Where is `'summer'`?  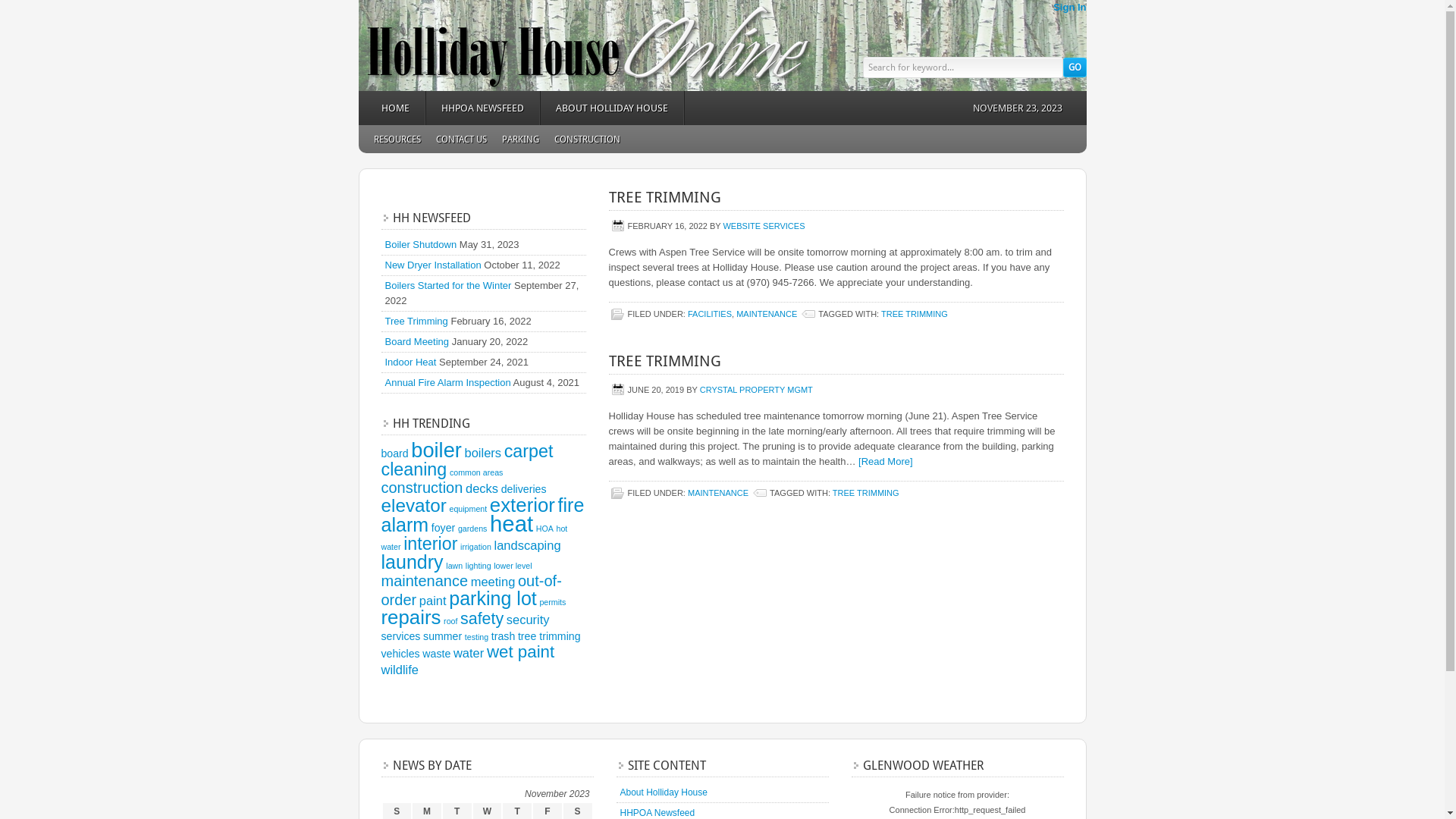 'summer' is located at coordinates (422, 636).